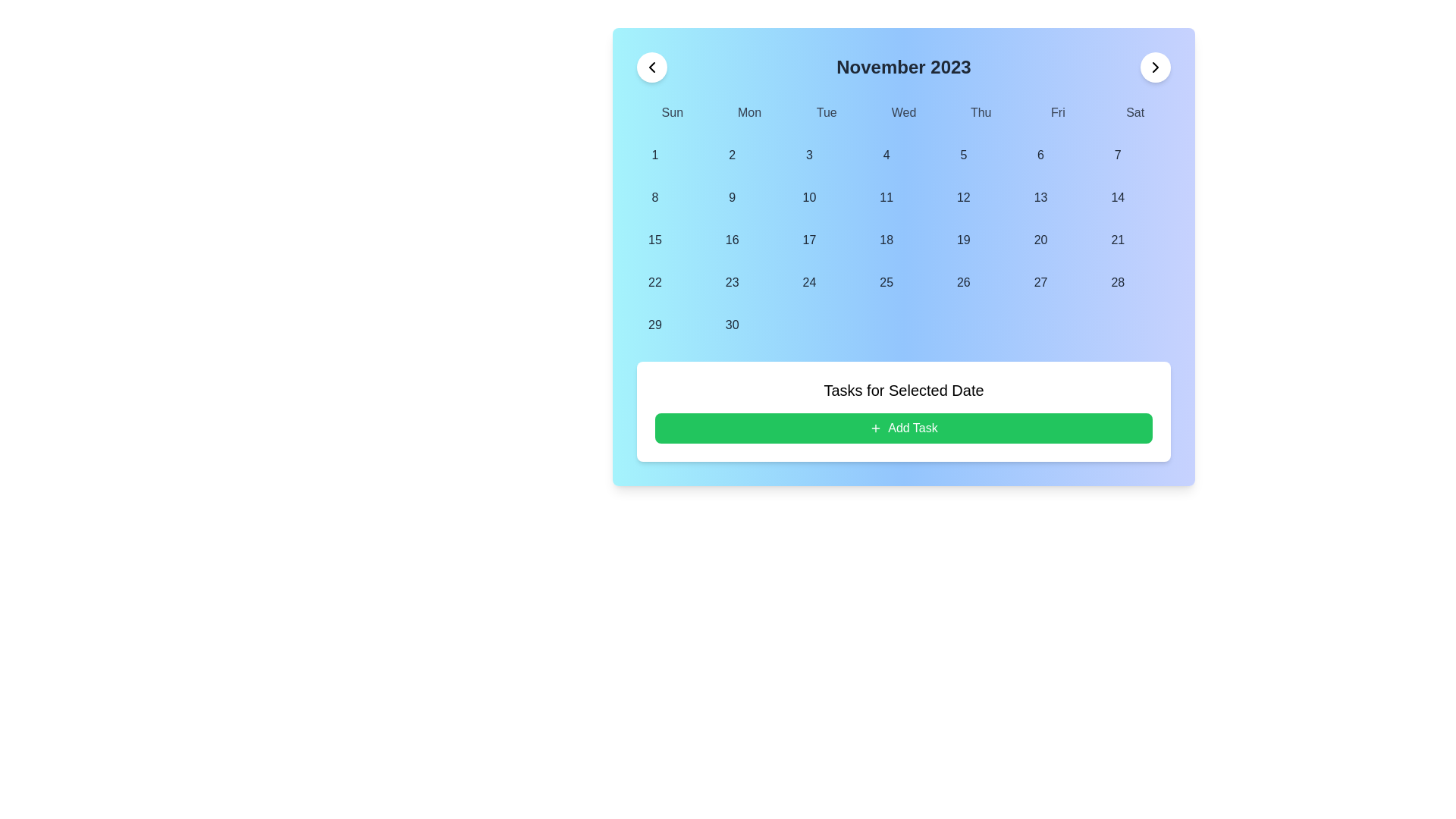 This screenshot has width=1456, height=819. I want to click on the date selector button for the date '19' in the calendar grid, so click(962, 239).